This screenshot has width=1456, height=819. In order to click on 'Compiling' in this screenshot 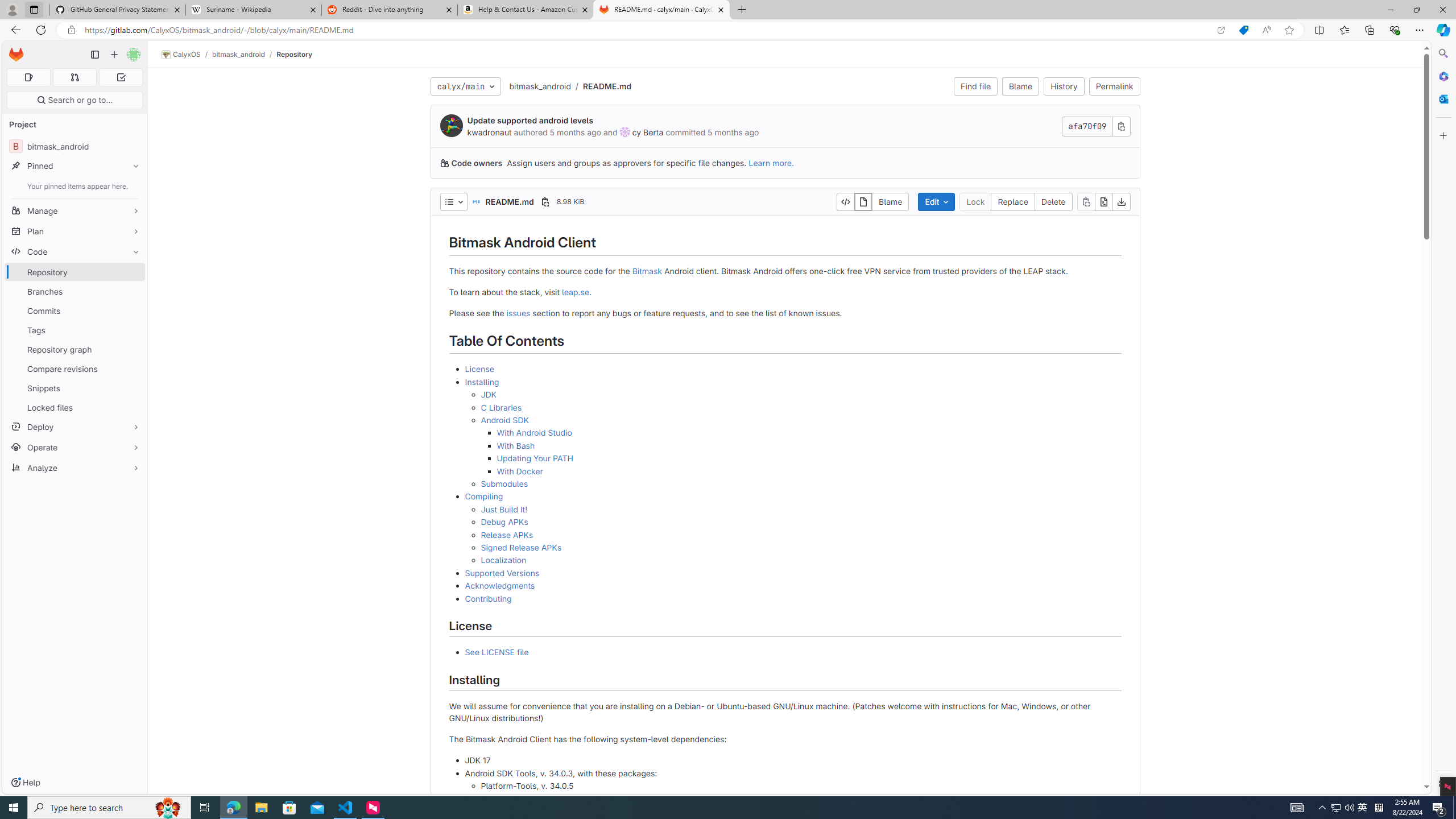, I will do `click(484, 496)`.